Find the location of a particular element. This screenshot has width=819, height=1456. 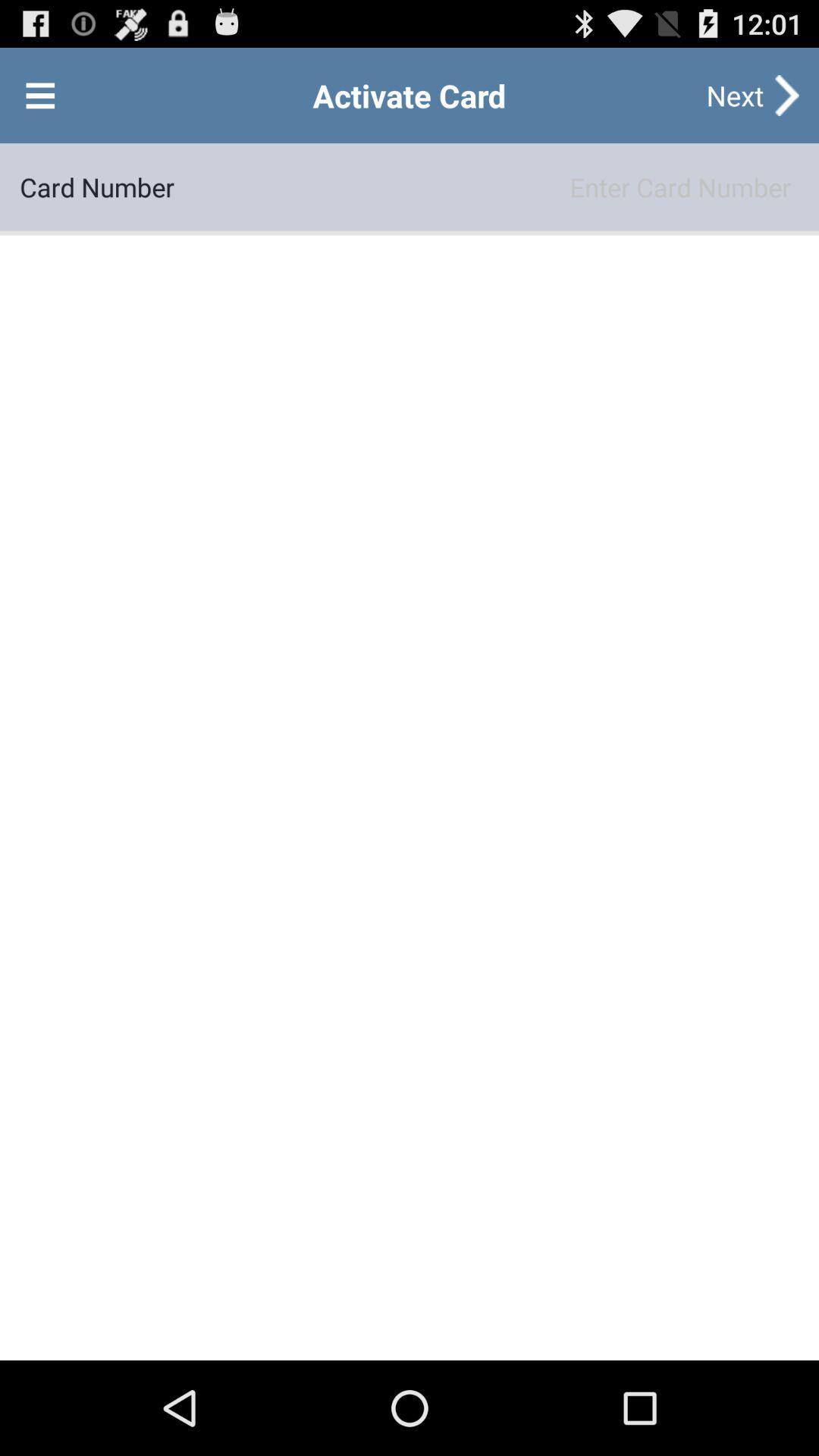

the item to the right of card number item is located at coordinates (486, 186).